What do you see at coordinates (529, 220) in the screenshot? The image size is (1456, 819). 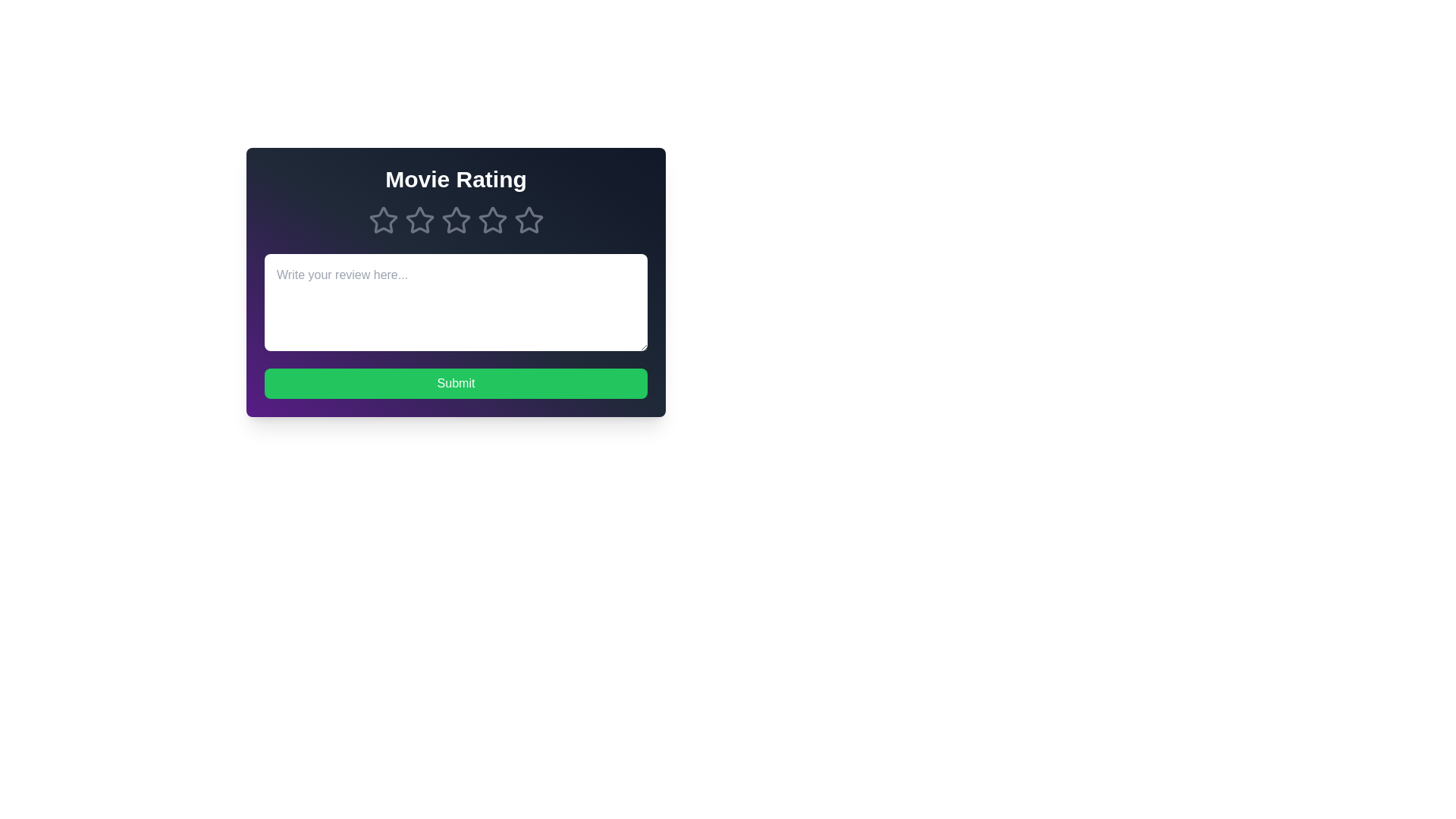 I see `the star corresponding to 5 stars to preview the rating` at bounding box center [529, 220].